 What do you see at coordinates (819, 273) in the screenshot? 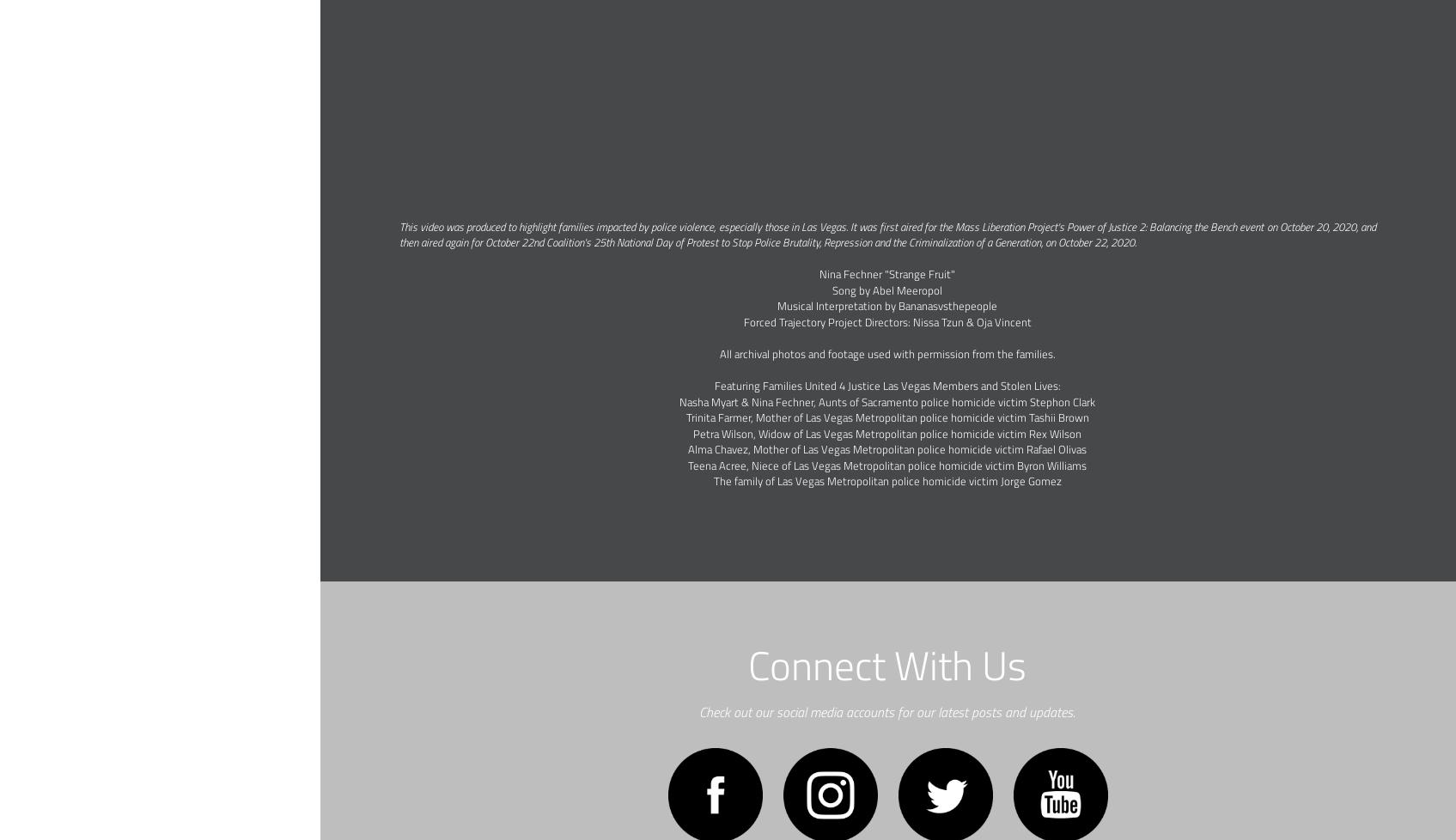
I see `'Nina Fechner "Strange Fruit"'` at bounding box center [819, 273].